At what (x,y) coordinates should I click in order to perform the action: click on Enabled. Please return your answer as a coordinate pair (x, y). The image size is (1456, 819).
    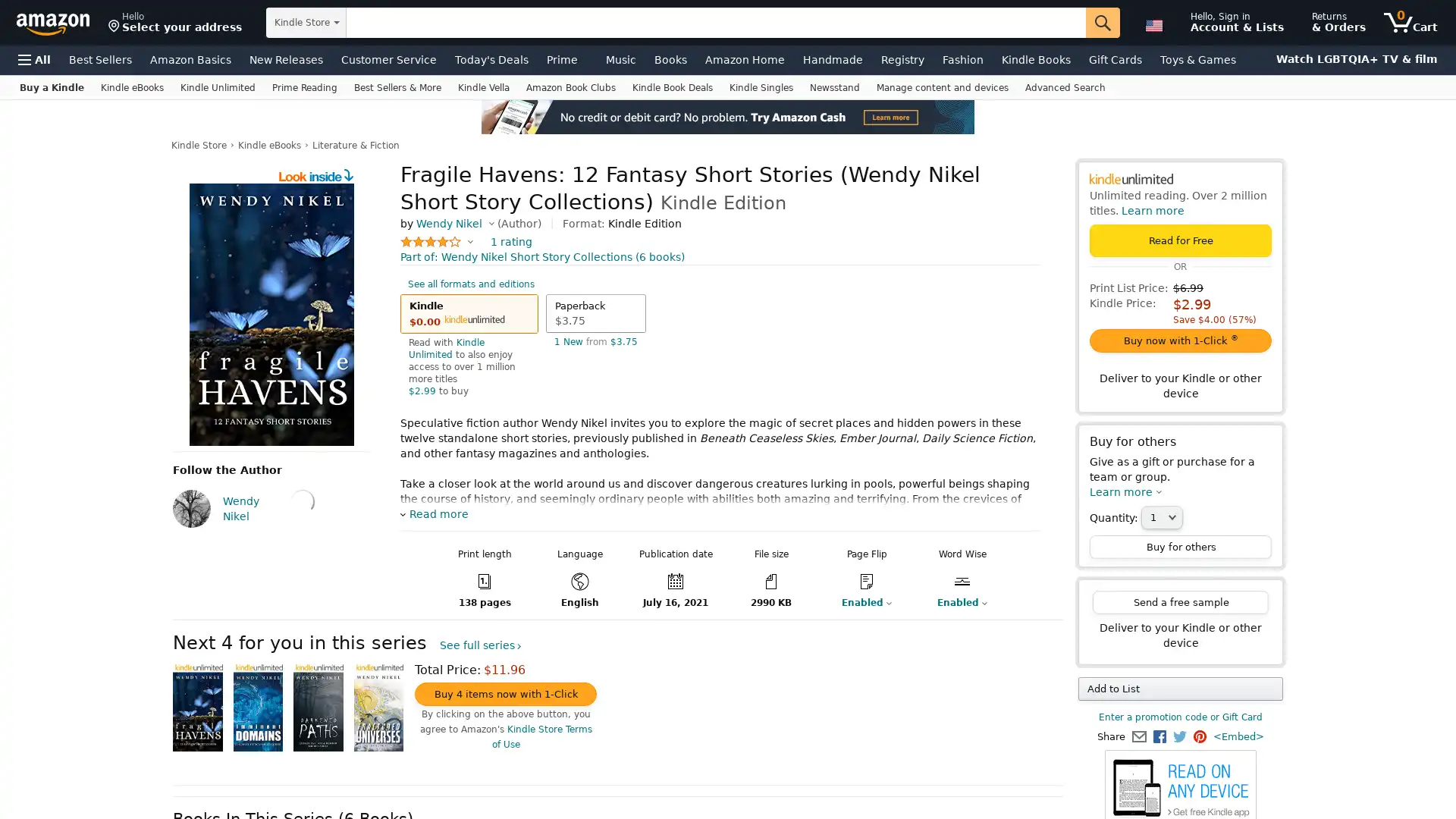
    Looking at the image, I should click on (952, 601).